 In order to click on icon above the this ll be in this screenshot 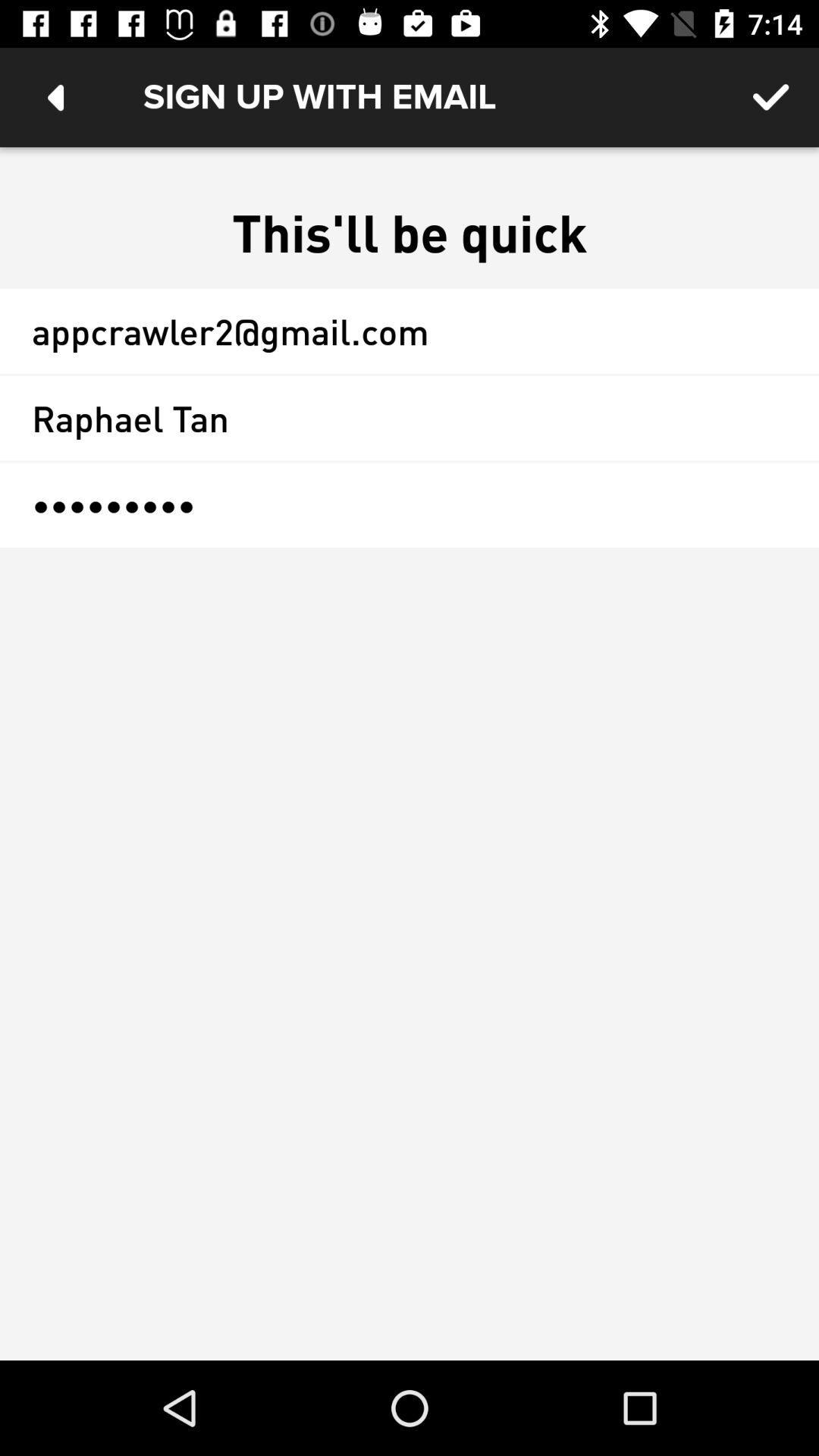, I will do `click(771, 96)`.